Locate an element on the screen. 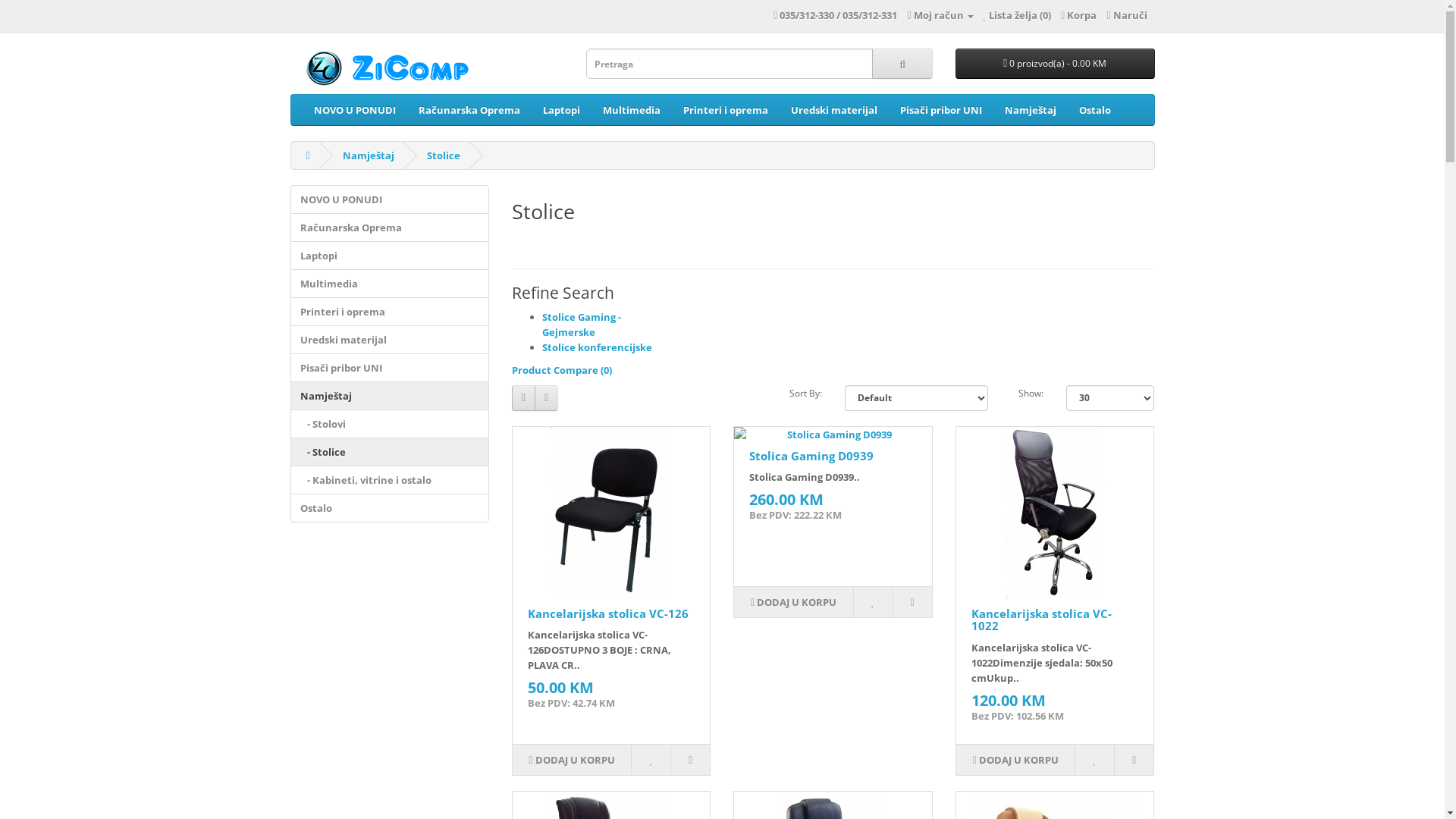  'ZiComp' is located at coordinates (391, 66).